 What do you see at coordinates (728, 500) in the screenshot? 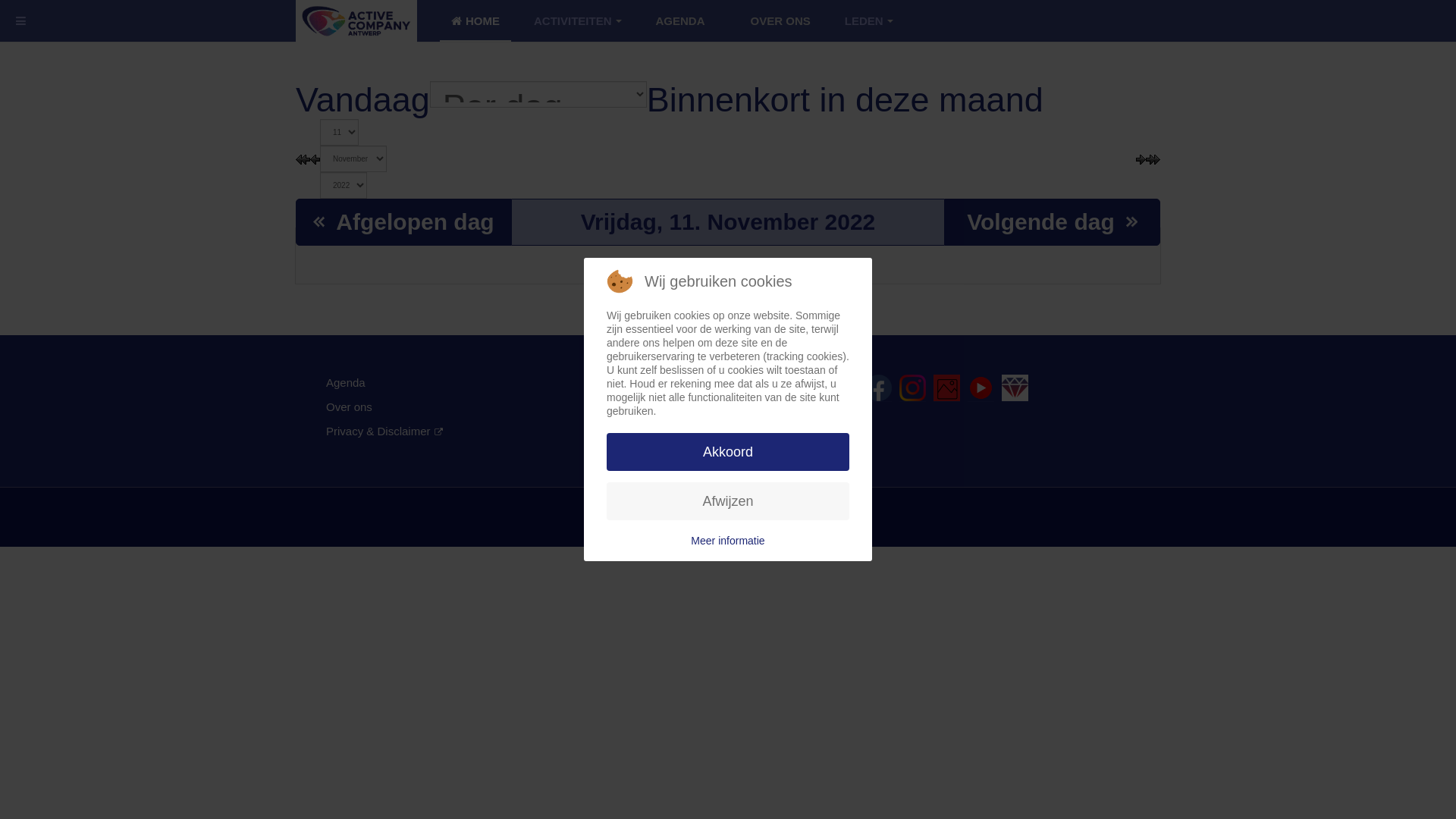
I see `'Afwijzen'` at bounding box center [728, 500].